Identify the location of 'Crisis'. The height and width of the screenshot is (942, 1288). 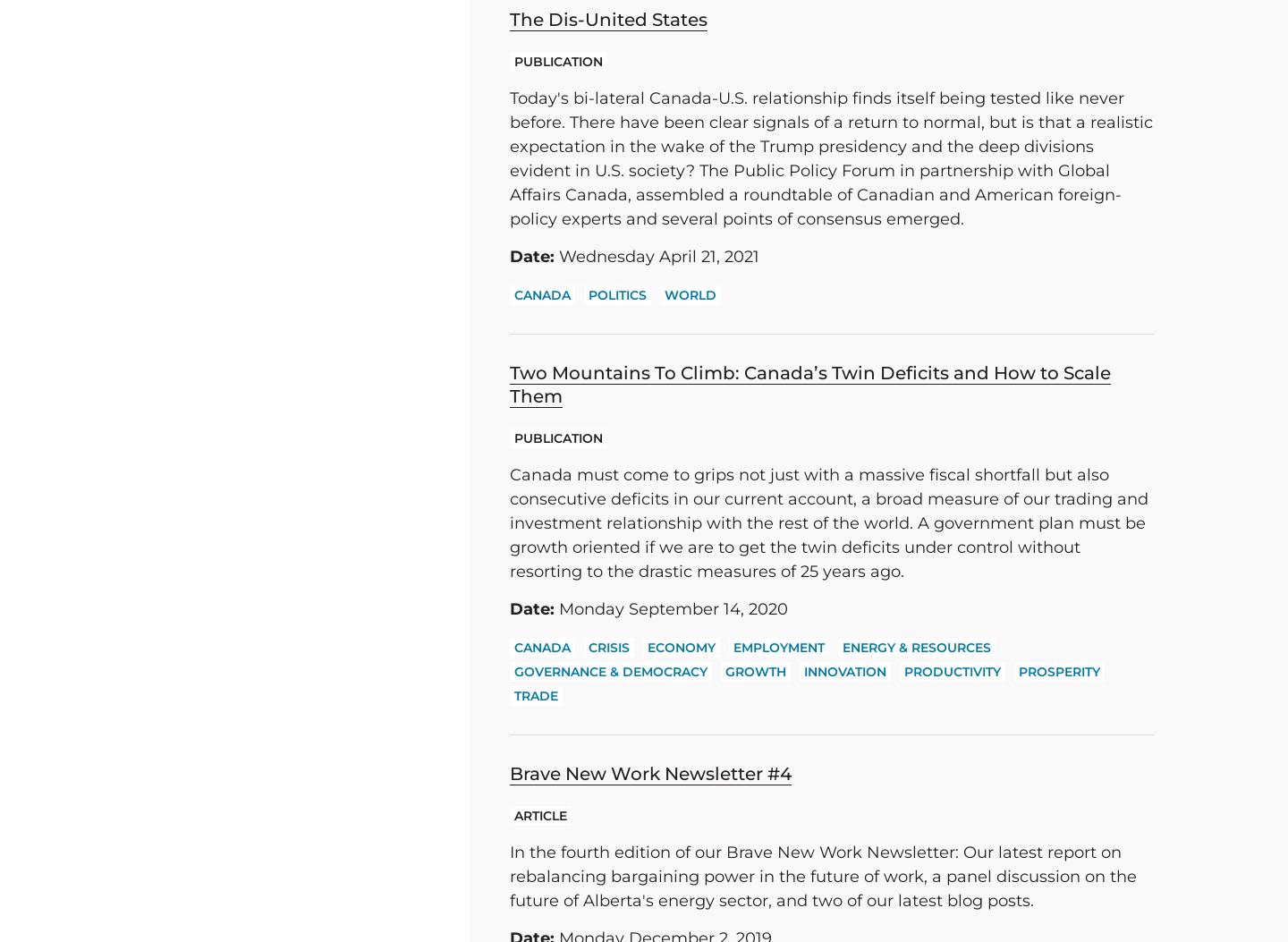
(608, 647).